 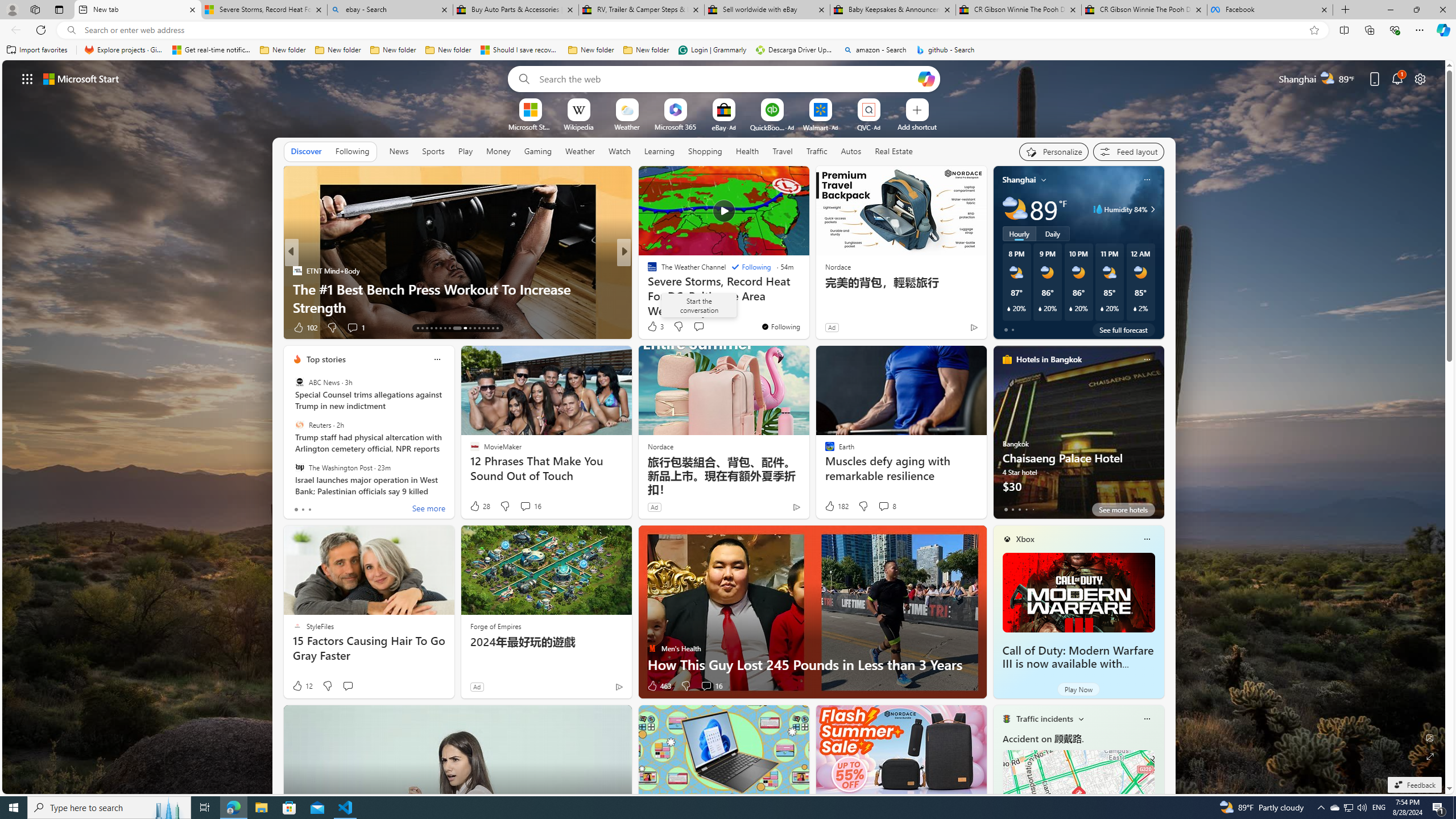 I want to click on 'The History of the Windows Start Menu', so click(x=806, y=307).